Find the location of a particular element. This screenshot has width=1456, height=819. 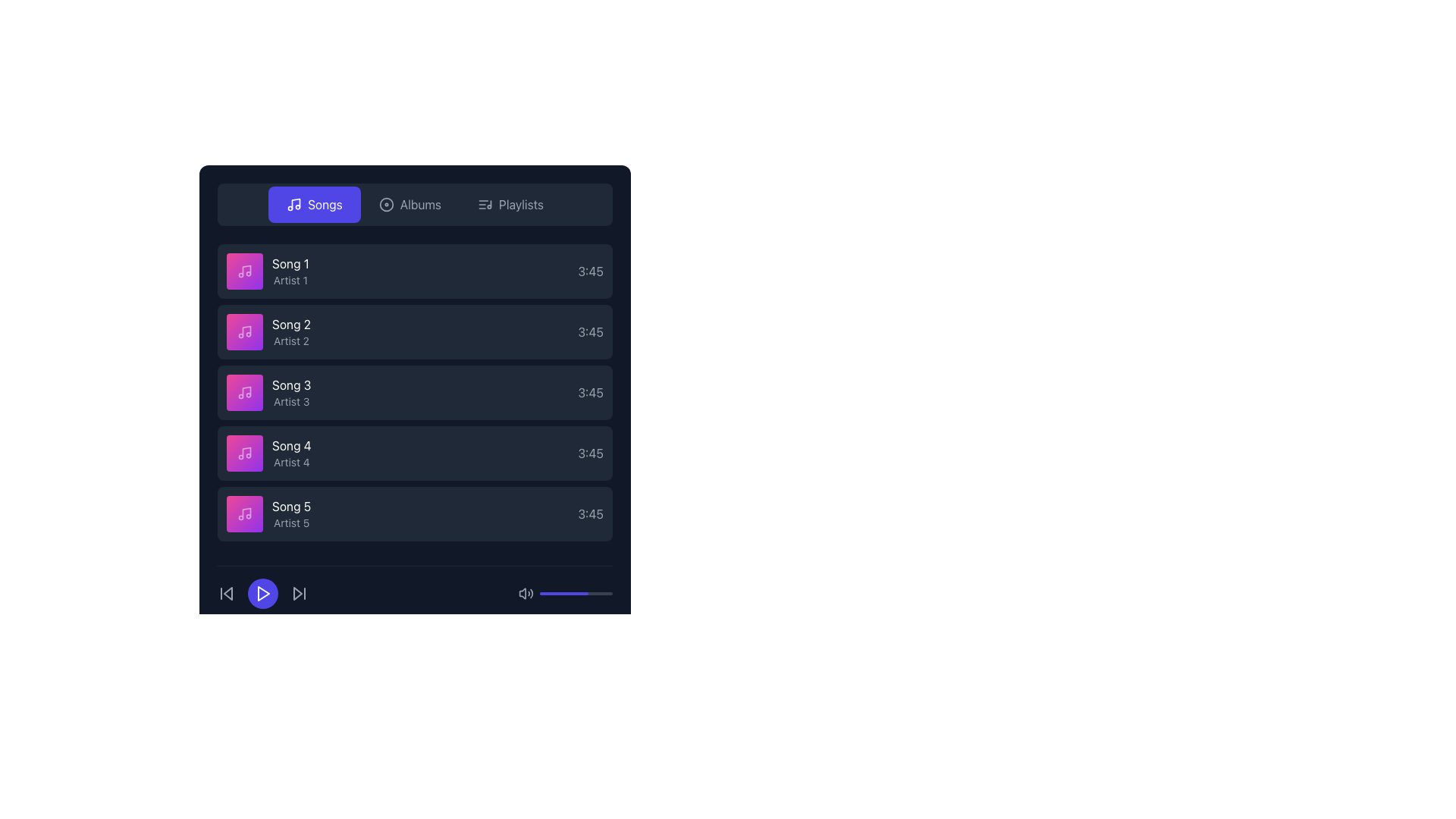

the design of the 'Albums' tab icon located in the horizontal navigation bar between the 'Songs' and 'Playlists' tabs is located at coordinates (386, 205).